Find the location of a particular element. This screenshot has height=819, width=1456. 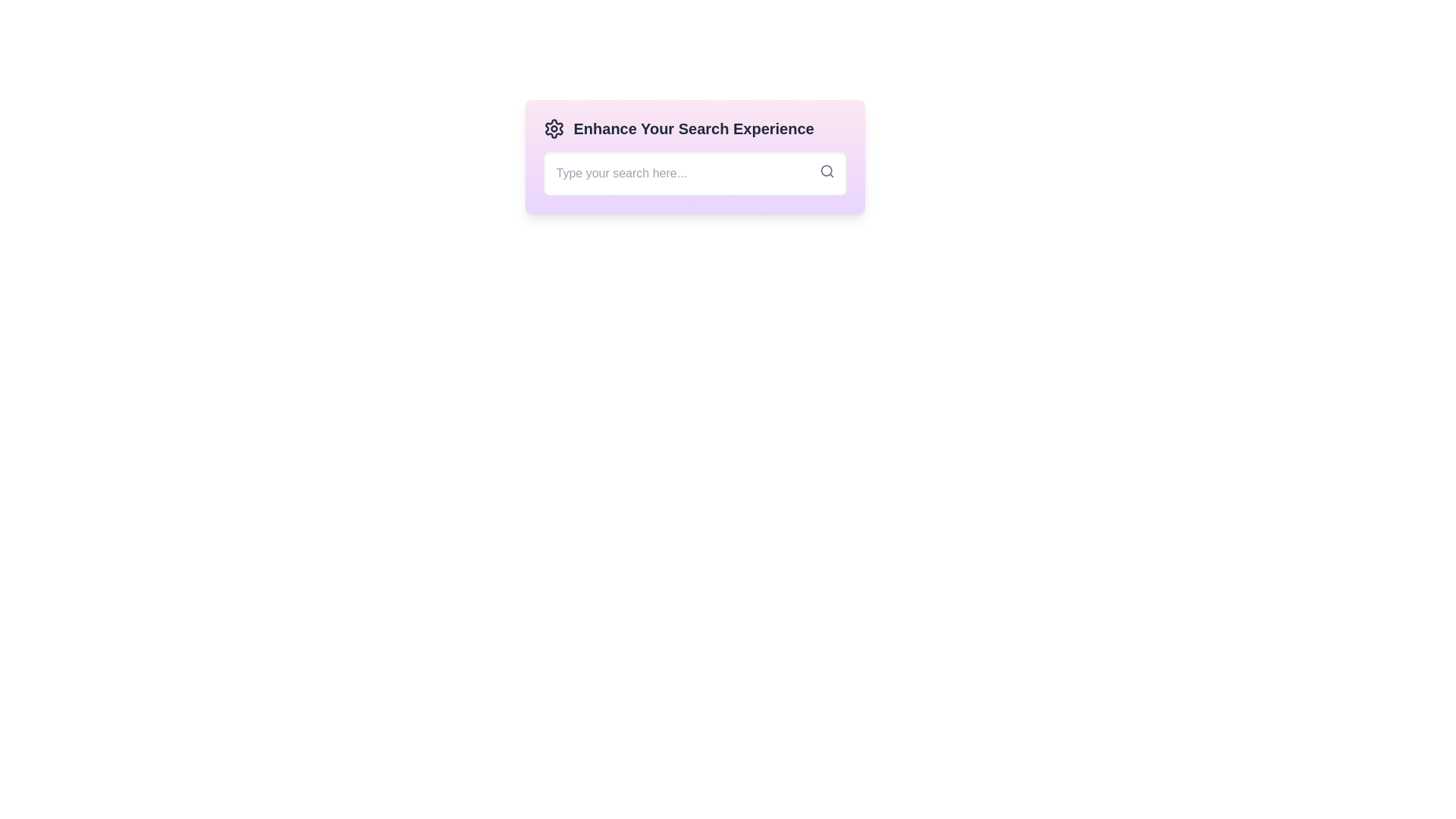

the search icon button located at the top-right corner of the search bar for accessibility interactions is located at coordinates (826, 171).